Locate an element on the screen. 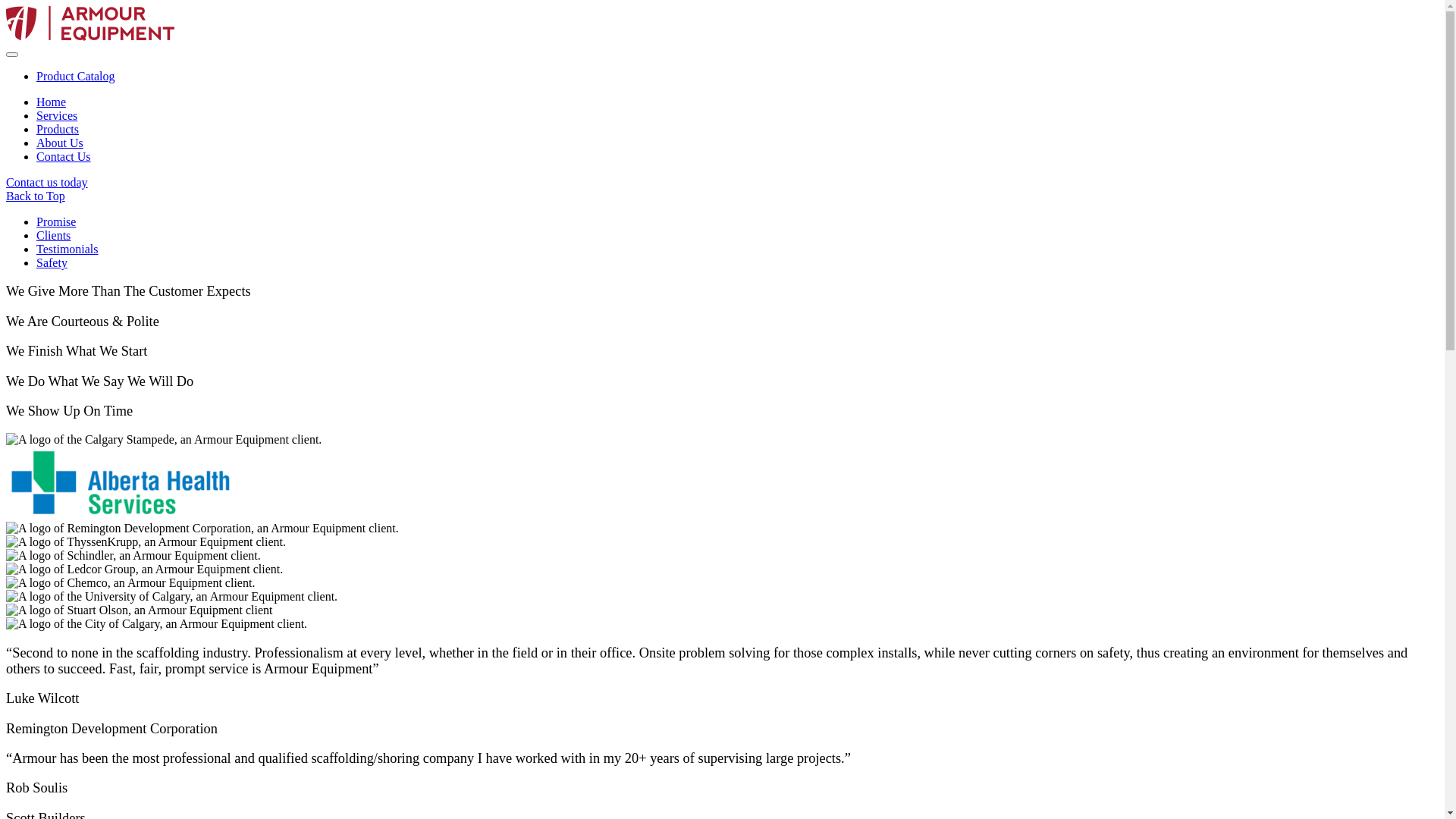 Image resolution: width=1456 pixels, height=819 pixels. 'Contact us today' is located at coordinates (47, 181).